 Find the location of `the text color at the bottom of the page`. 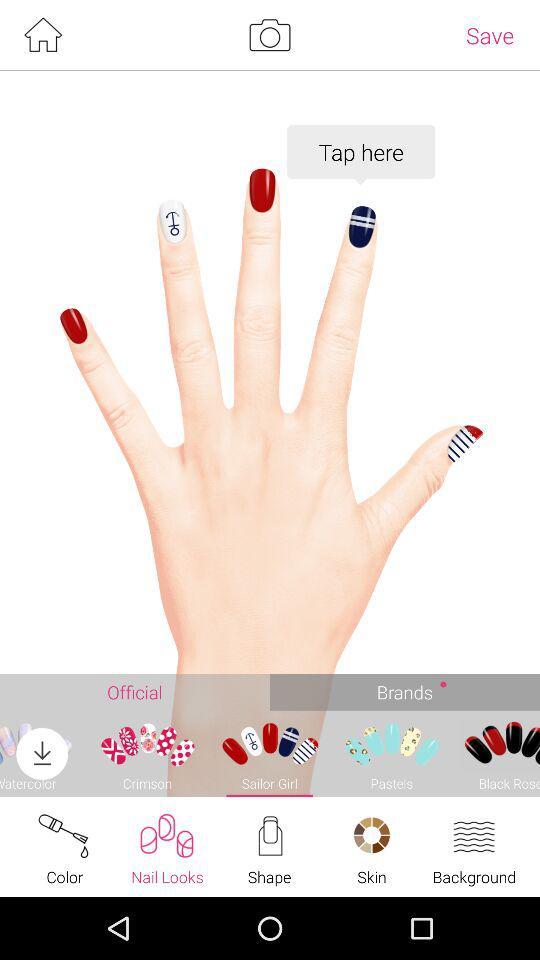

the text color at the bottom of the page is located at coordinates (65, 846).